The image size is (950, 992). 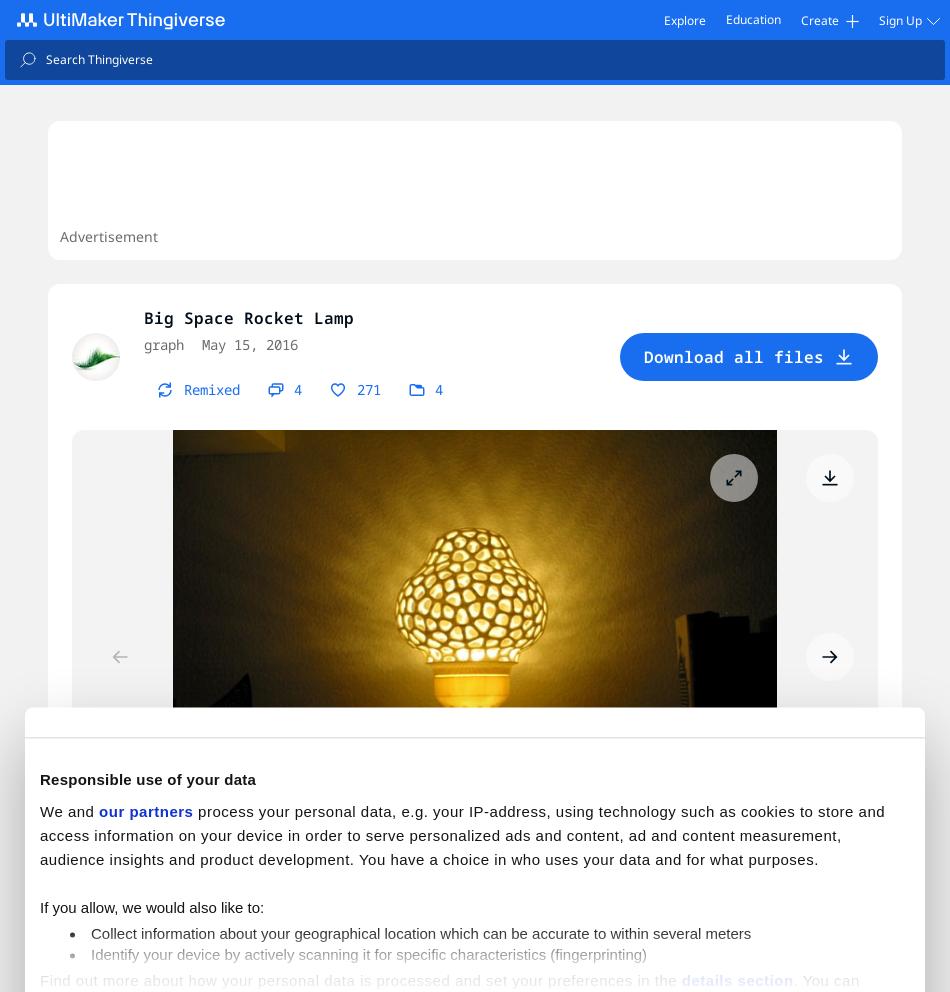 I want to click on 'Download all files', so click(x=732, y=356).